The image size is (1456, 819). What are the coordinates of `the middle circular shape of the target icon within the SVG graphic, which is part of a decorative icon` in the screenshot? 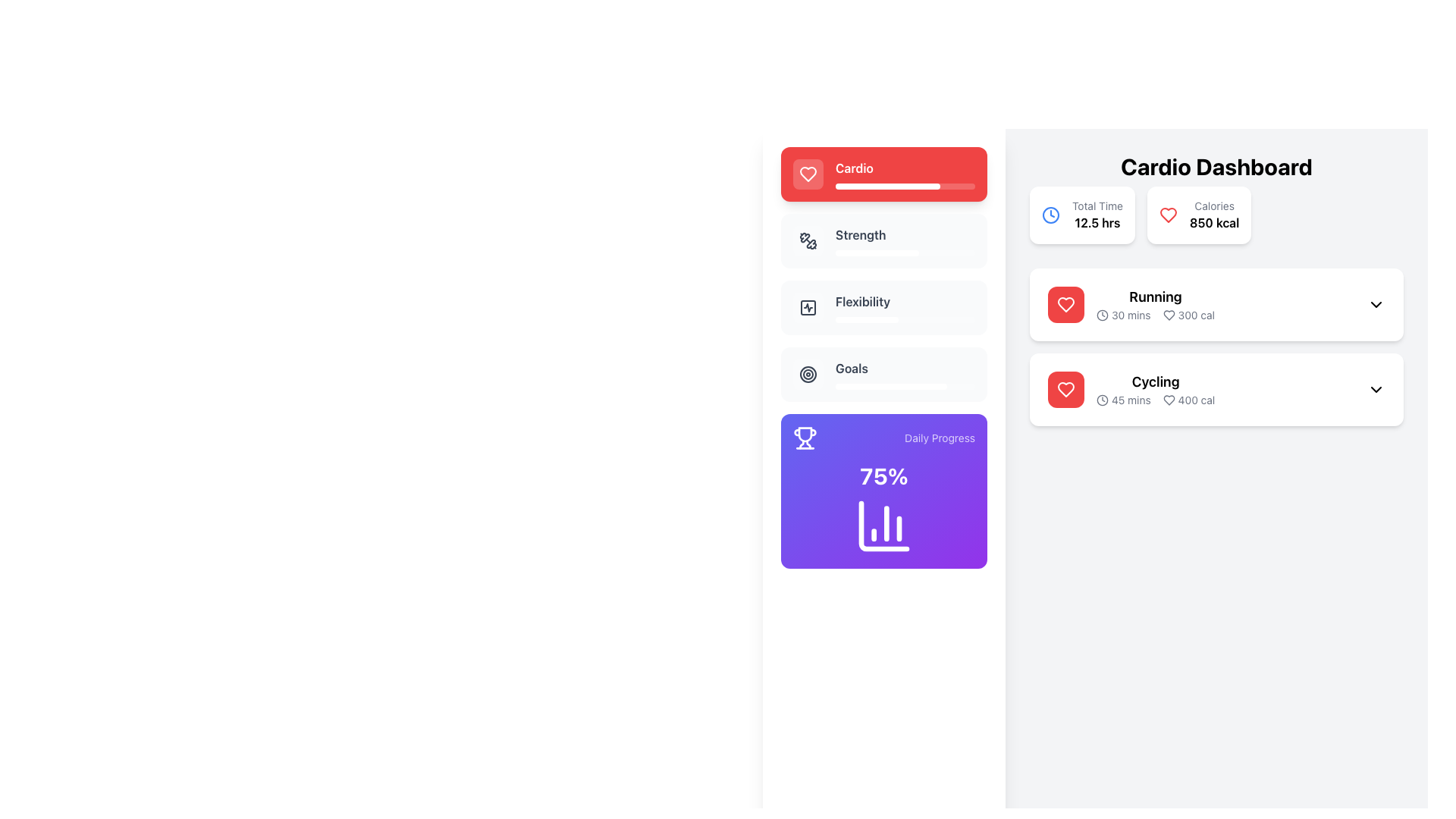 It's located at (807, 374).